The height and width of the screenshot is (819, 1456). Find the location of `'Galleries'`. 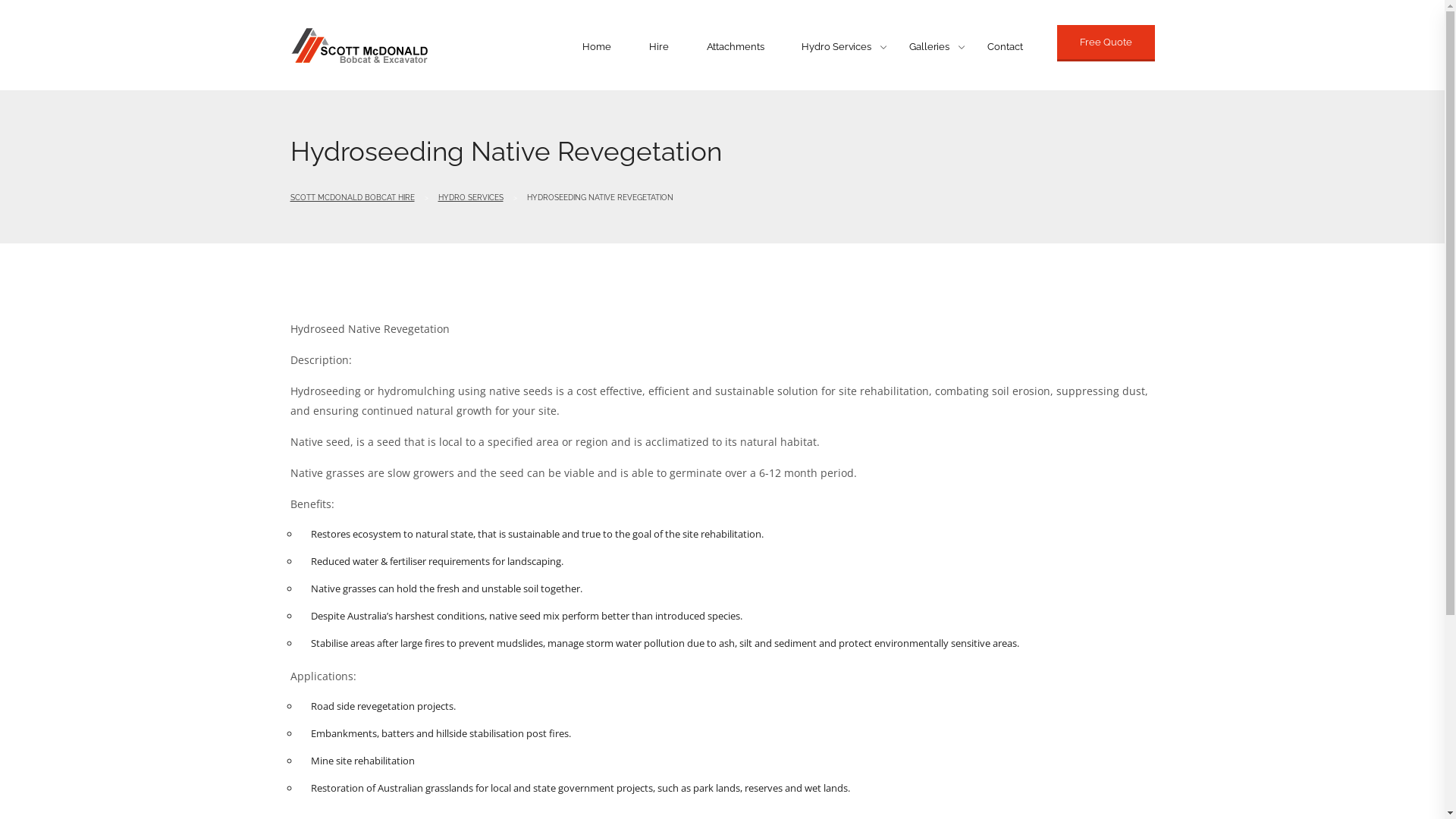

'Galleries' is located at coordinates (928, 45).